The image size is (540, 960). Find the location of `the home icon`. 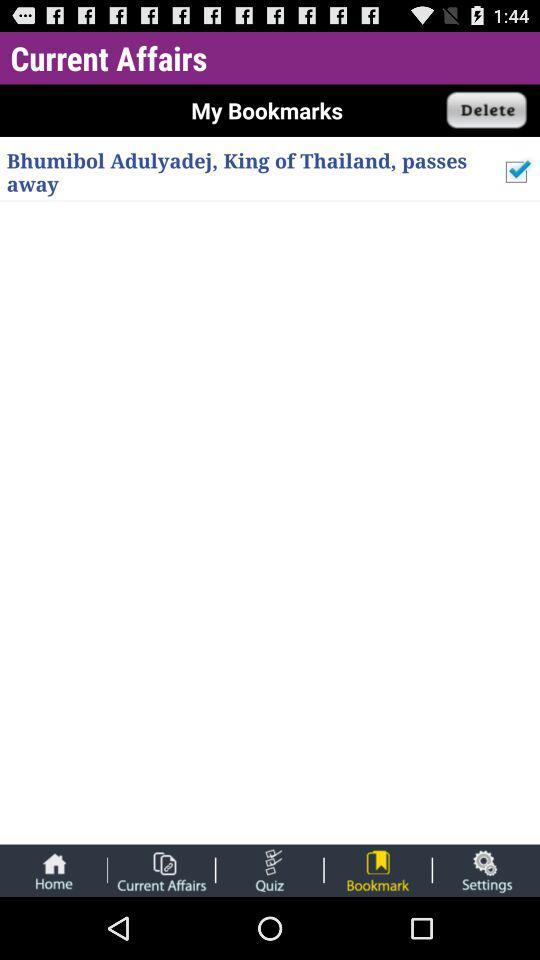

the home icon is located at coordinates (53, 931).